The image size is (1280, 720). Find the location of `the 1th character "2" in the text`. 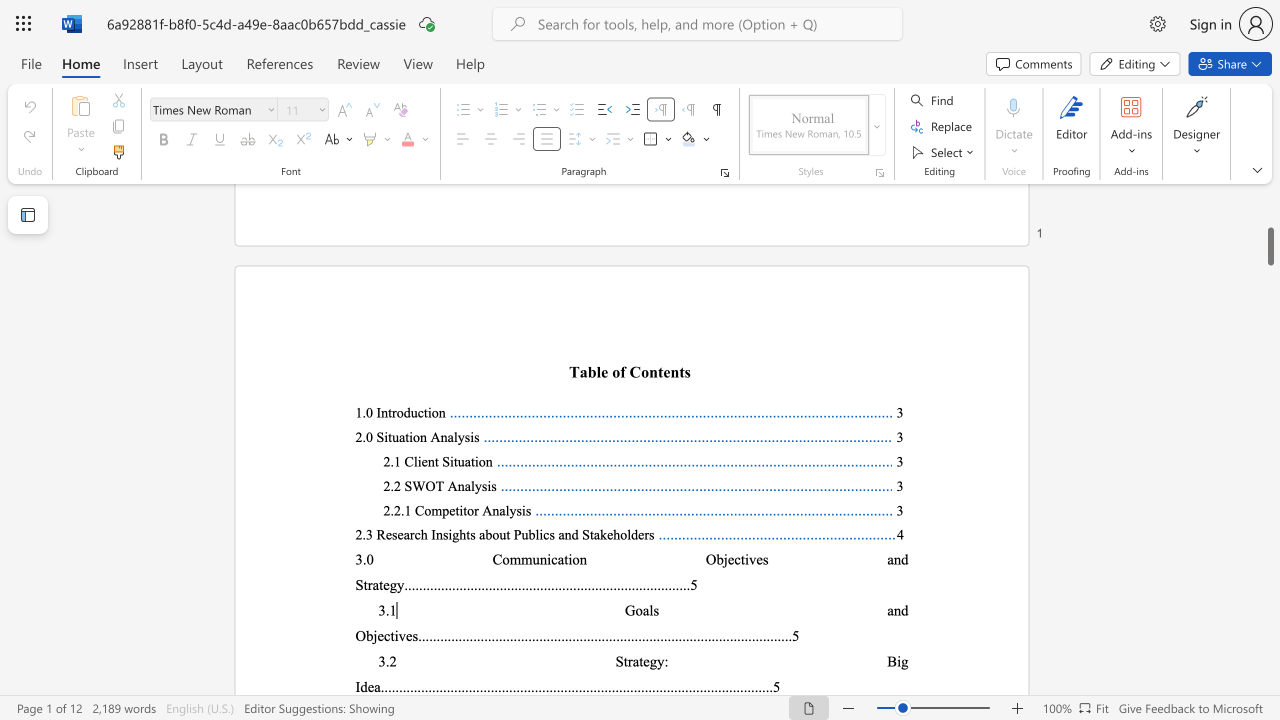

the 1th character "2" in the text is located at coordinates (393, 661).